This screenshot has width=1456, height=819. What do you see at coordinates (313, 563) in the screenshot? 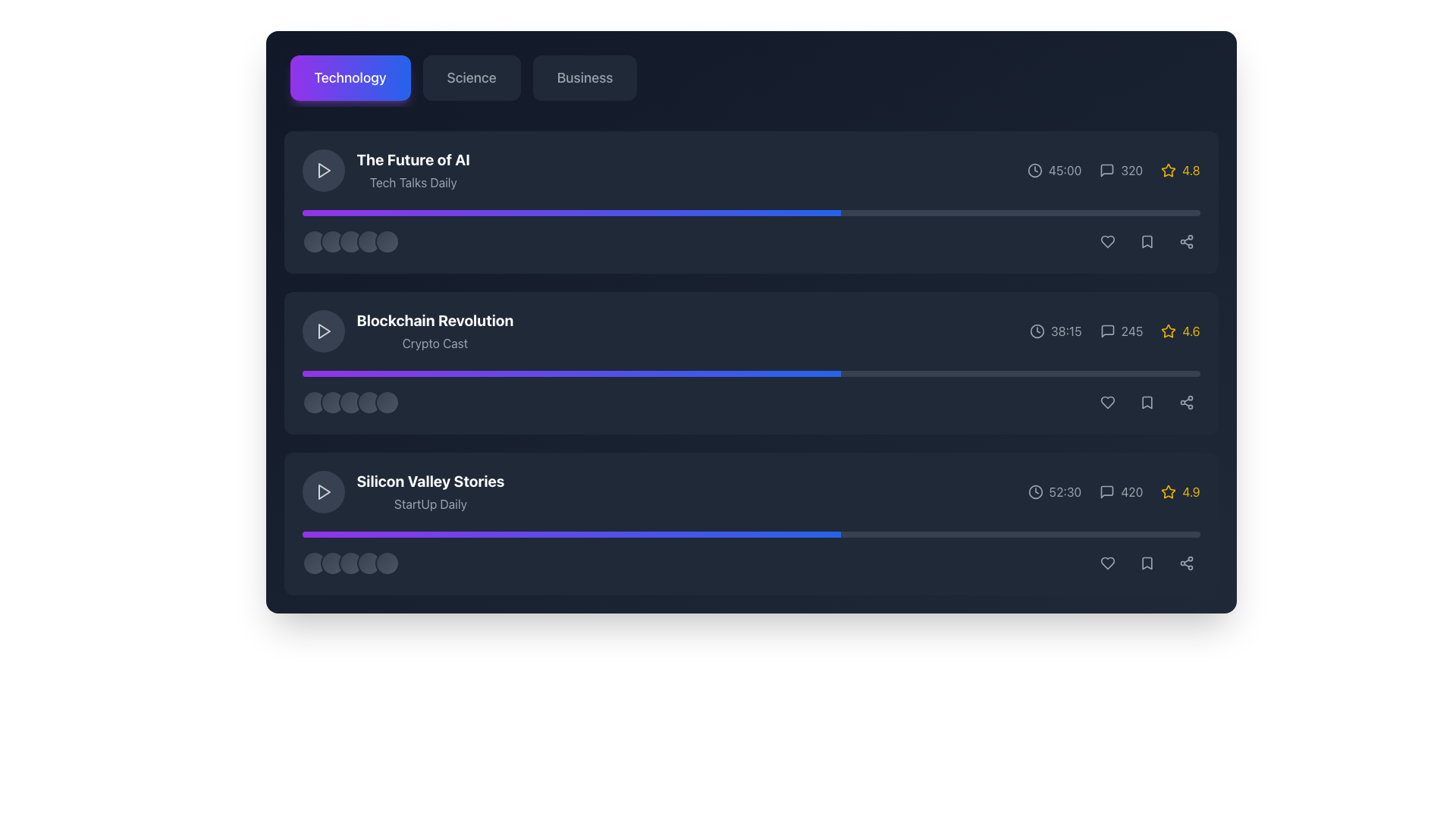
I see `the first circular indicator or status marker, which is the leftmost circle in a row of five, located below the progress bar of the 'Silicon Valley Stories' section` at bounding box center [313, 563].